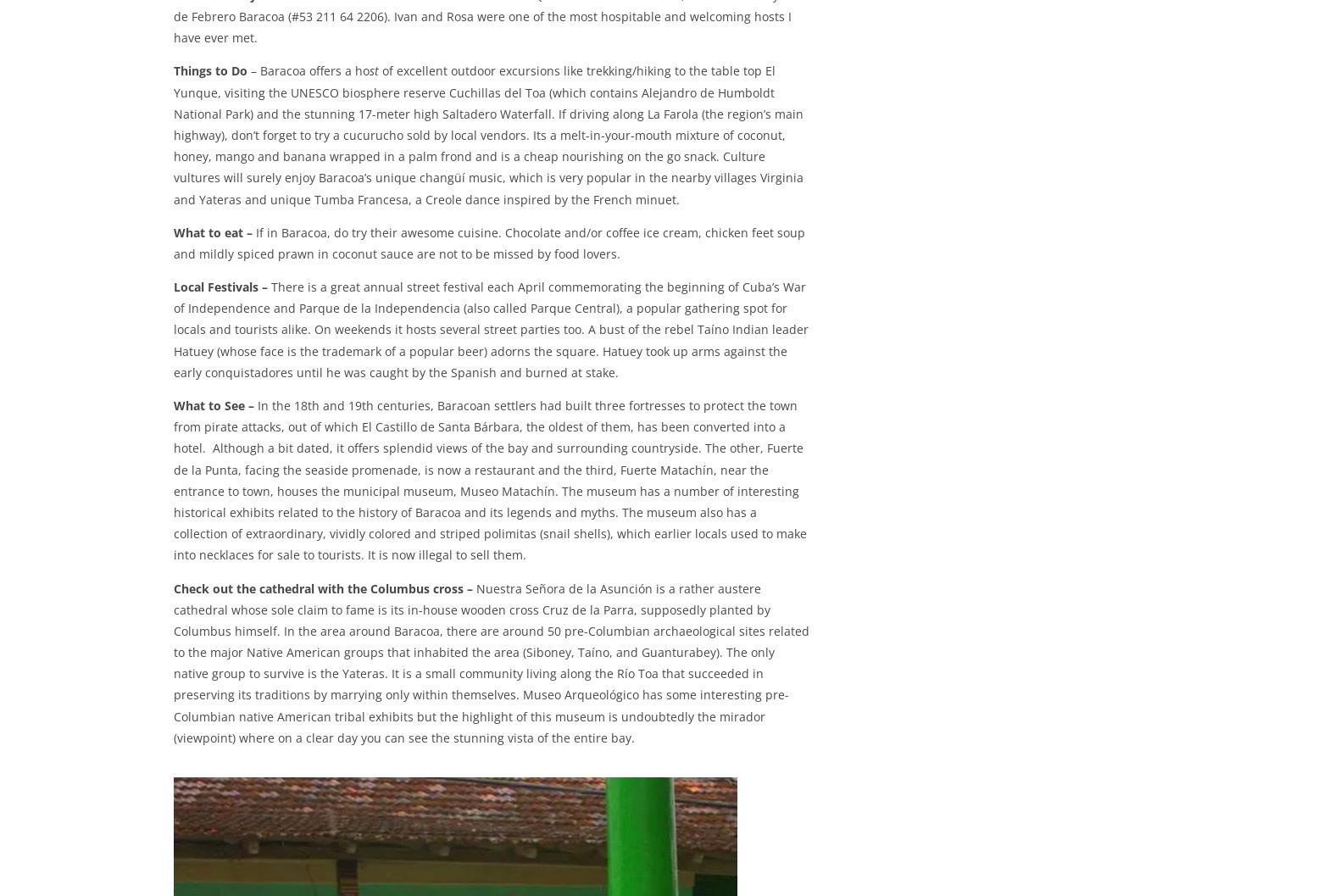 This screenshot has height=896, width=1329. I want to click on 'of excellent outdoor excursions like trekking/hiking to the table top El Yunque, visiting the UNESCO biosphere reserve Cuchillas del Toa (which contains Alejandro de Humboldt National Park) and the stunning 17-meter high Saltadero Waterfall. If driving along La Farola (the region’s main highway), don’t forget to try a cucurucho sold by local vendors. Its a melt-in-your-mouth mixture of coconut, honey, mango and banana wrapped in a palm frond and is a cheap nourishing on the go snack. Culture vultures will surely enjoy Baracoa’s unique changüí music, which is very popular in the nearby villages Virginia and Yateras and unique Tumba Francesa, a Creole dance inspired by the French minuet.', so click(488, 136).